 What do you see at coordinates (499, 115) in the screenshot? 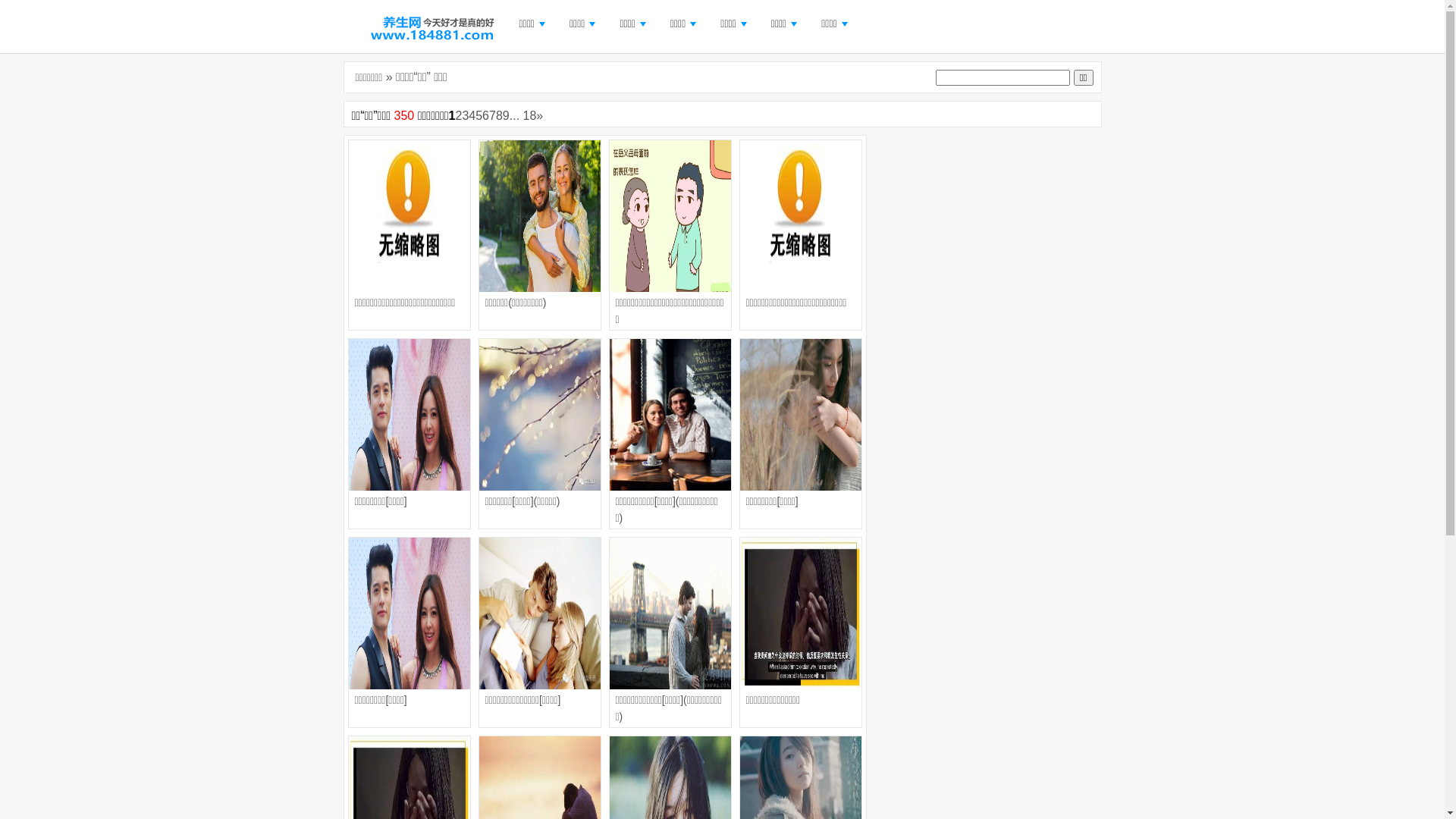
I see `'8'` at bounding box center [499, 115].